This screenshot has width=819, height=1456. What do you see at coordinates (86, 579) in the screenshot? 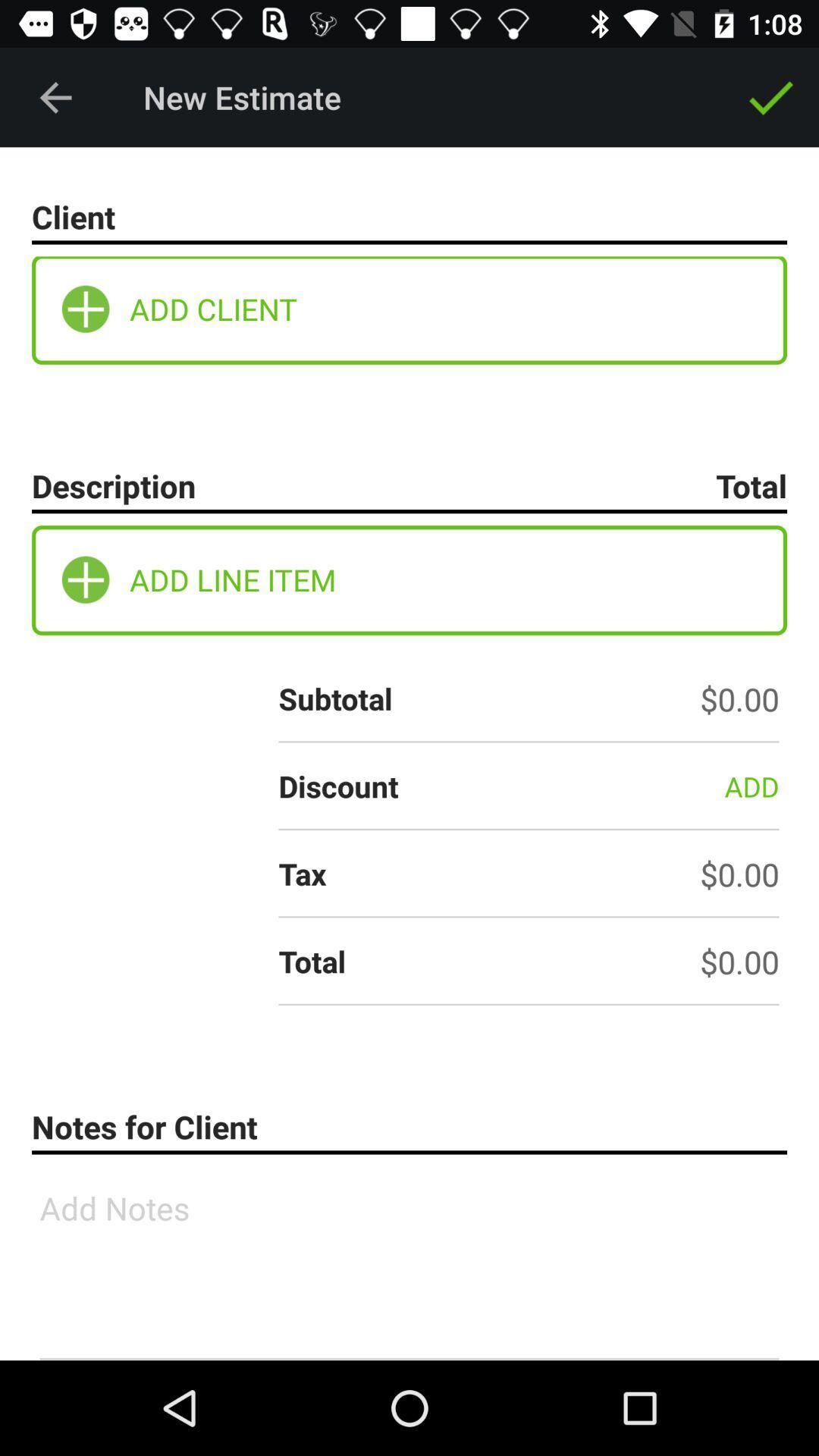
I see `icon which is below description` at bounding box center [86, 579].